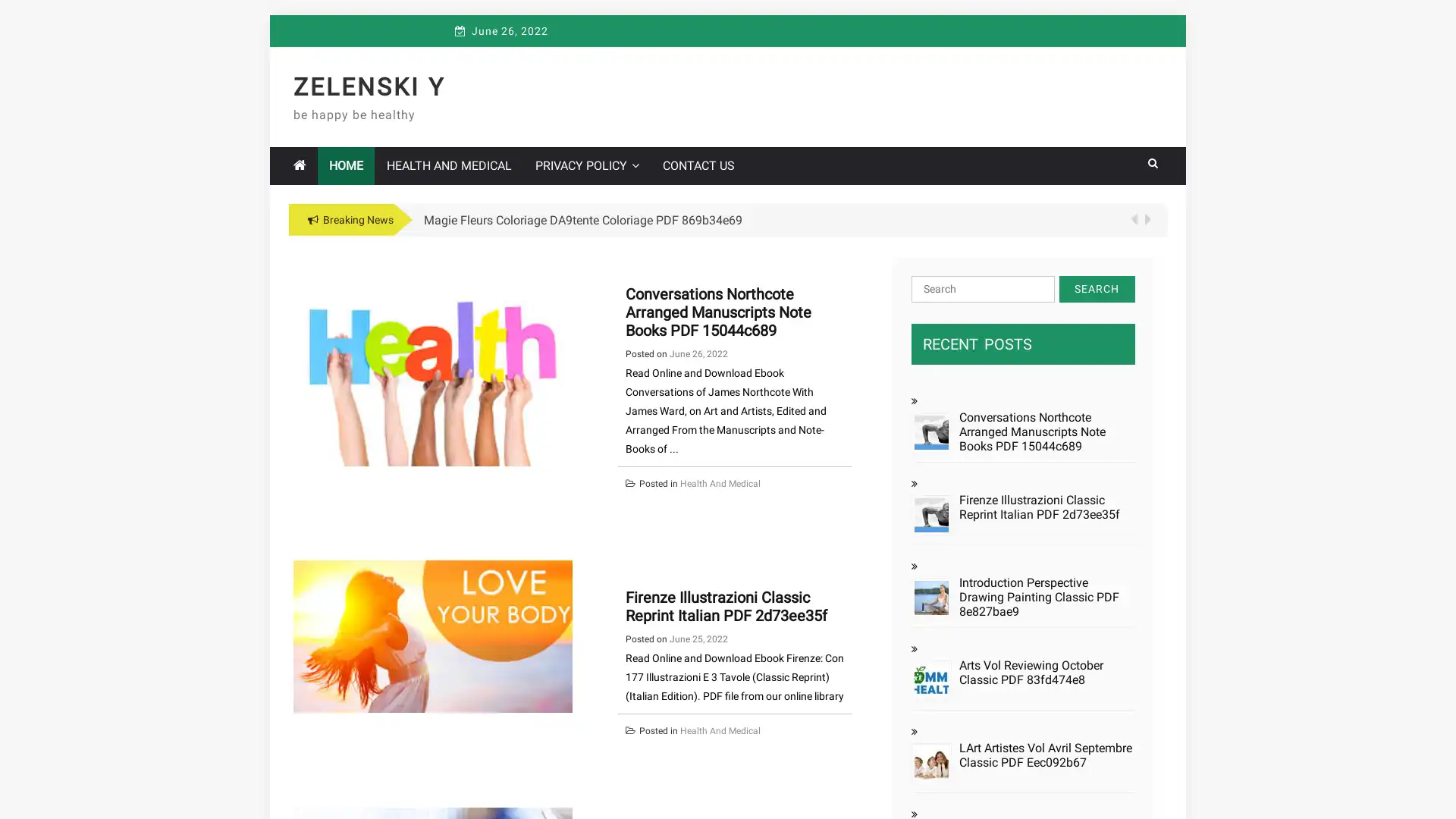 This screenshot has height=819, width=1456. Describe the element at coordinates (1096, 288) in the screenshot. I see `Search` at that location.